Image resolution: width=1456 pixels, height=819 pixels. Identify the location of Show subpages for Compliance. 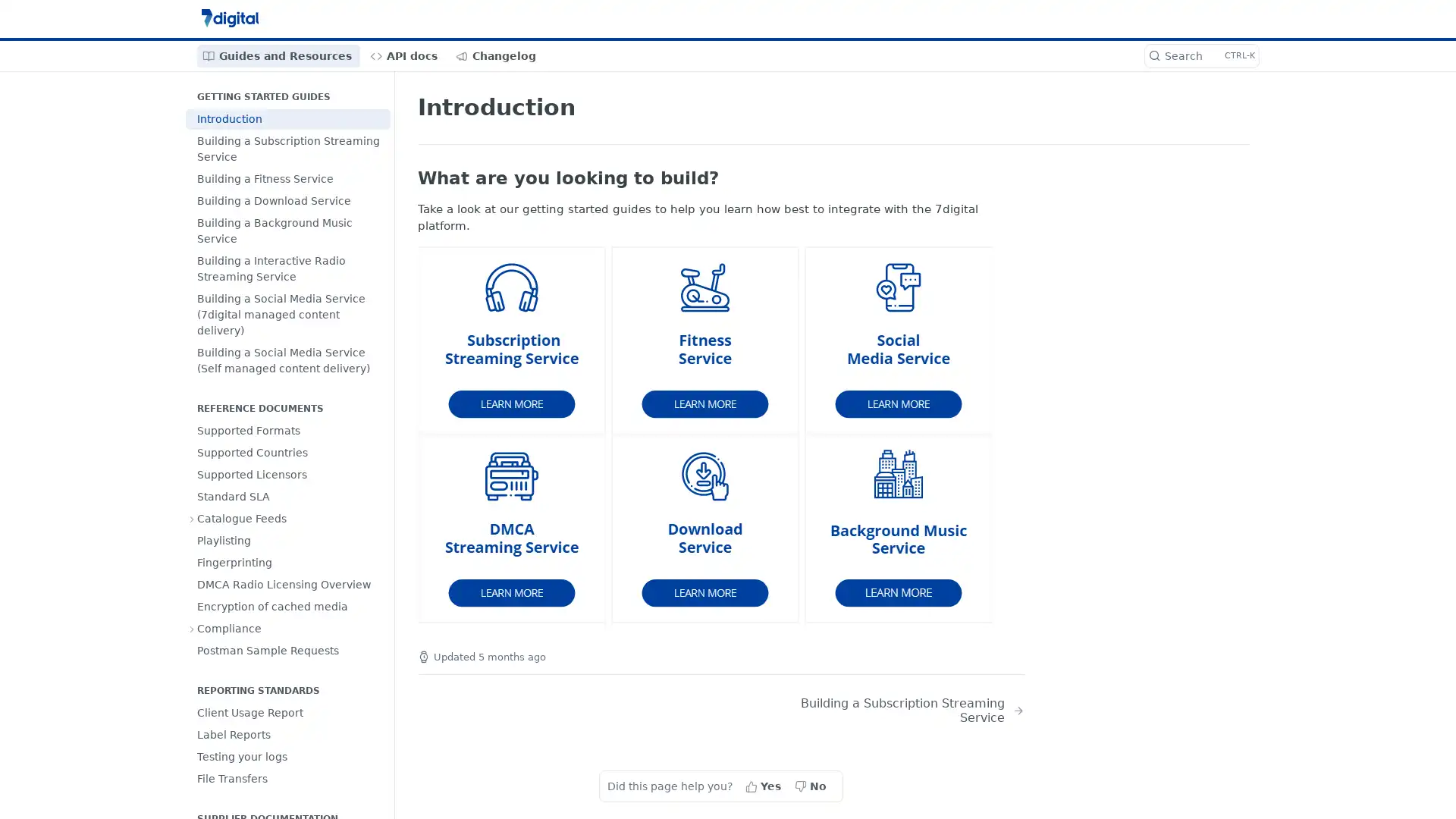
(192, 629).